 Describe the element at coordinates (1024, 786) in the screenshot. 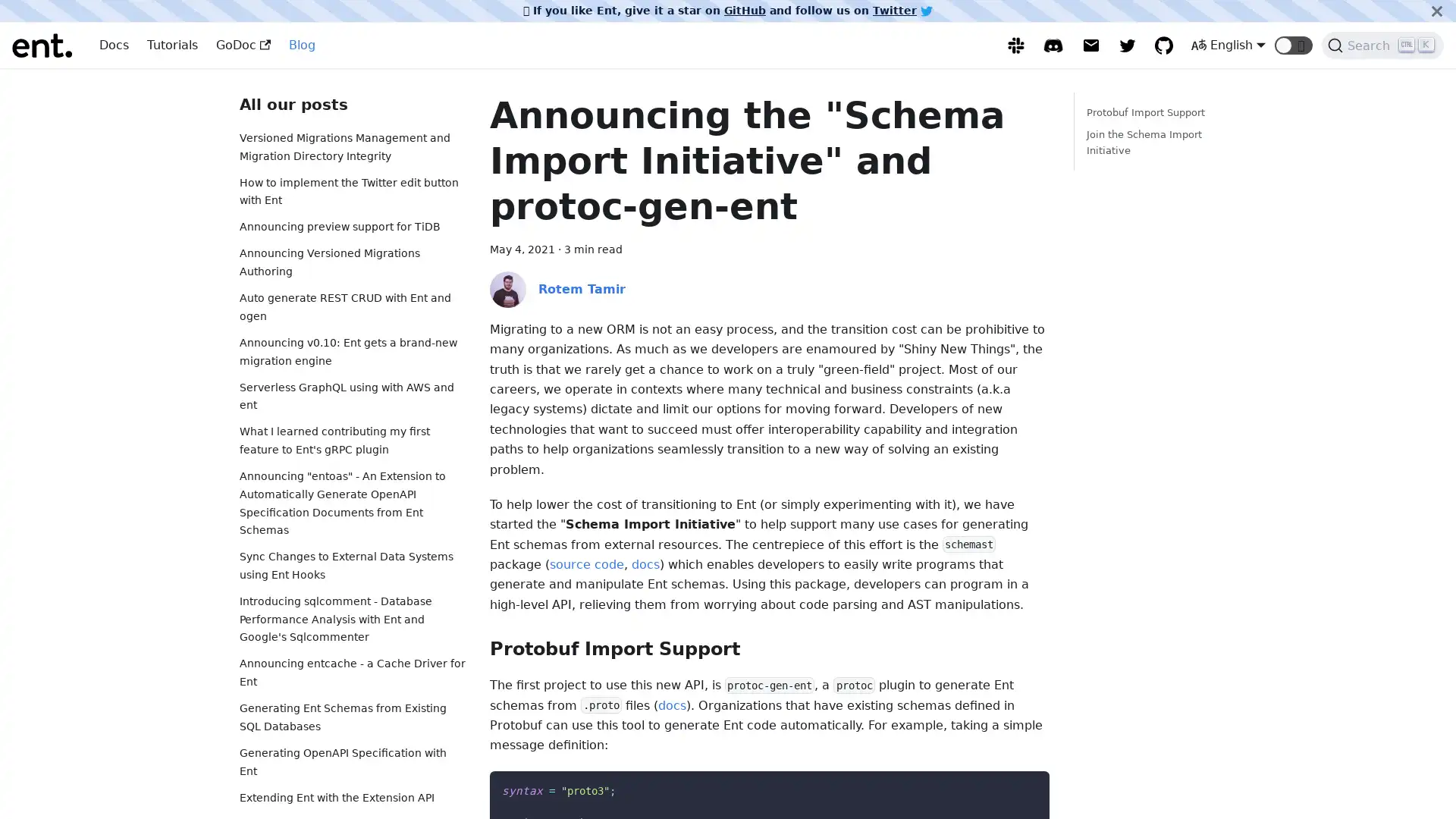

I see `Copy code to clipboard` at that location.